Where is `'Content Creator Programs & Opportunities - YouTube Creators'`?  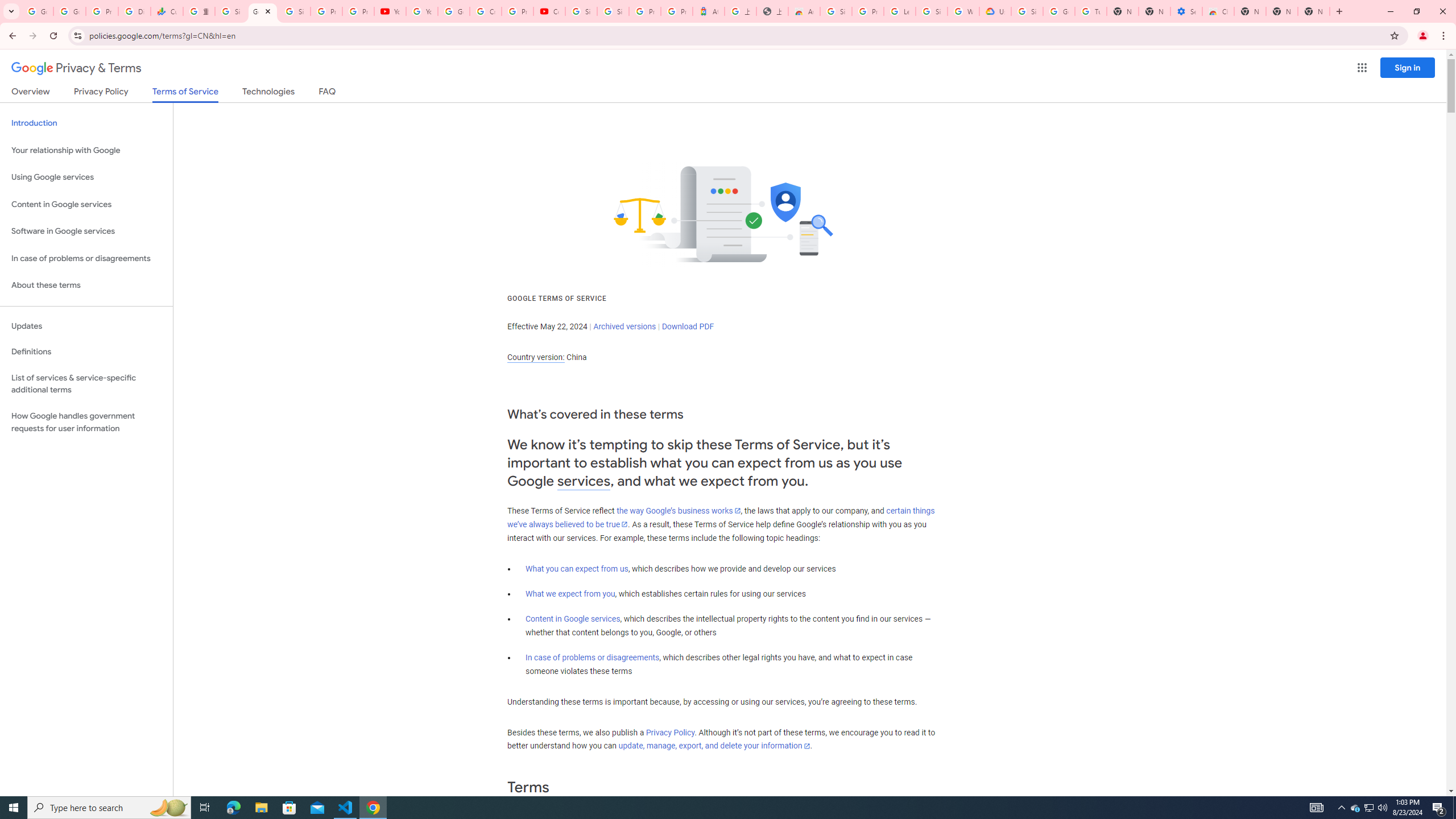 'Content Creator Programs & Opportunities - YouTube Creators' is located at coordinates (549, 11).